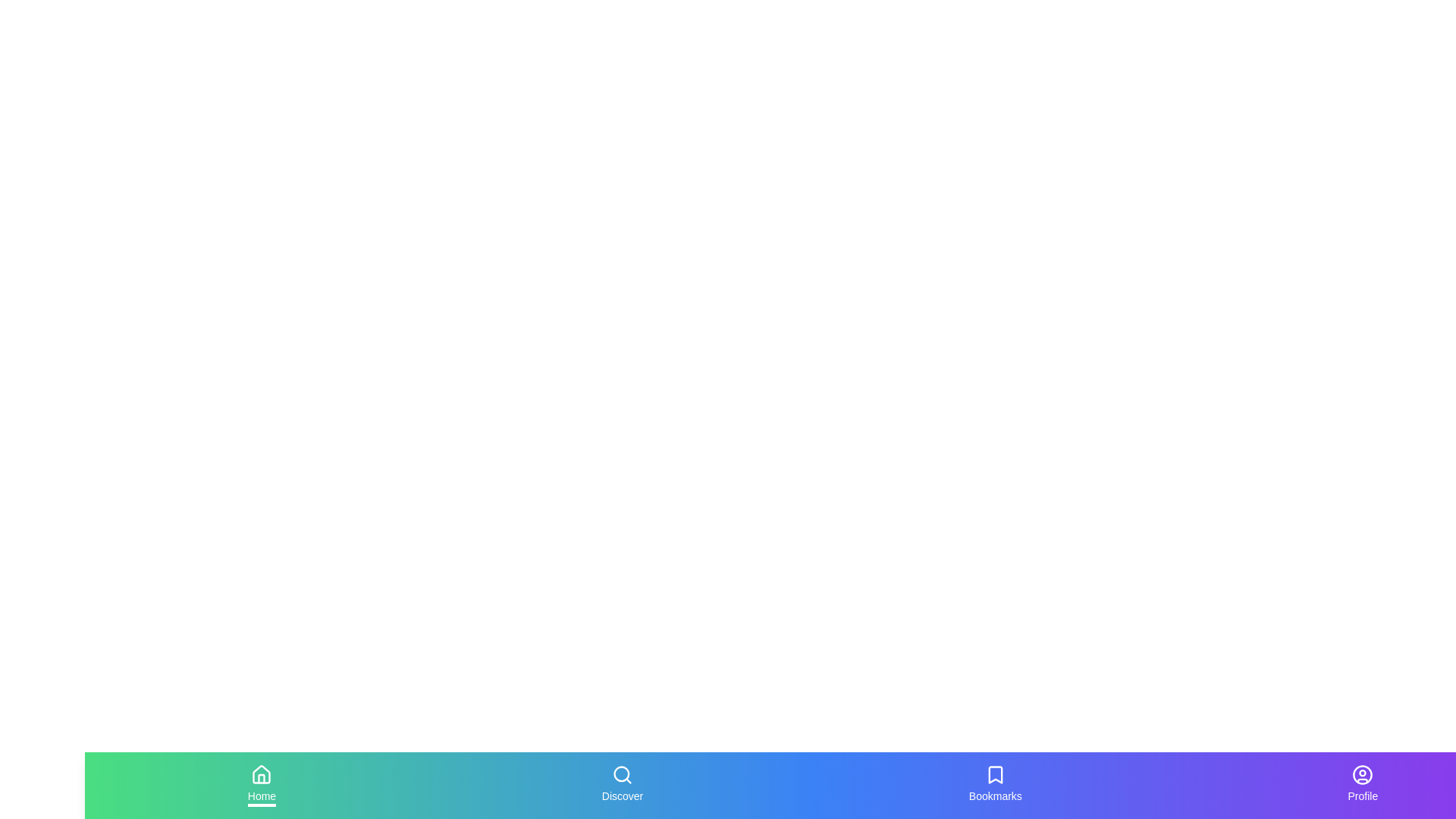 This screenshot has height=819, width=1456. I want to click on the tab Home in the bottom navigation bar, so click(262, 785).